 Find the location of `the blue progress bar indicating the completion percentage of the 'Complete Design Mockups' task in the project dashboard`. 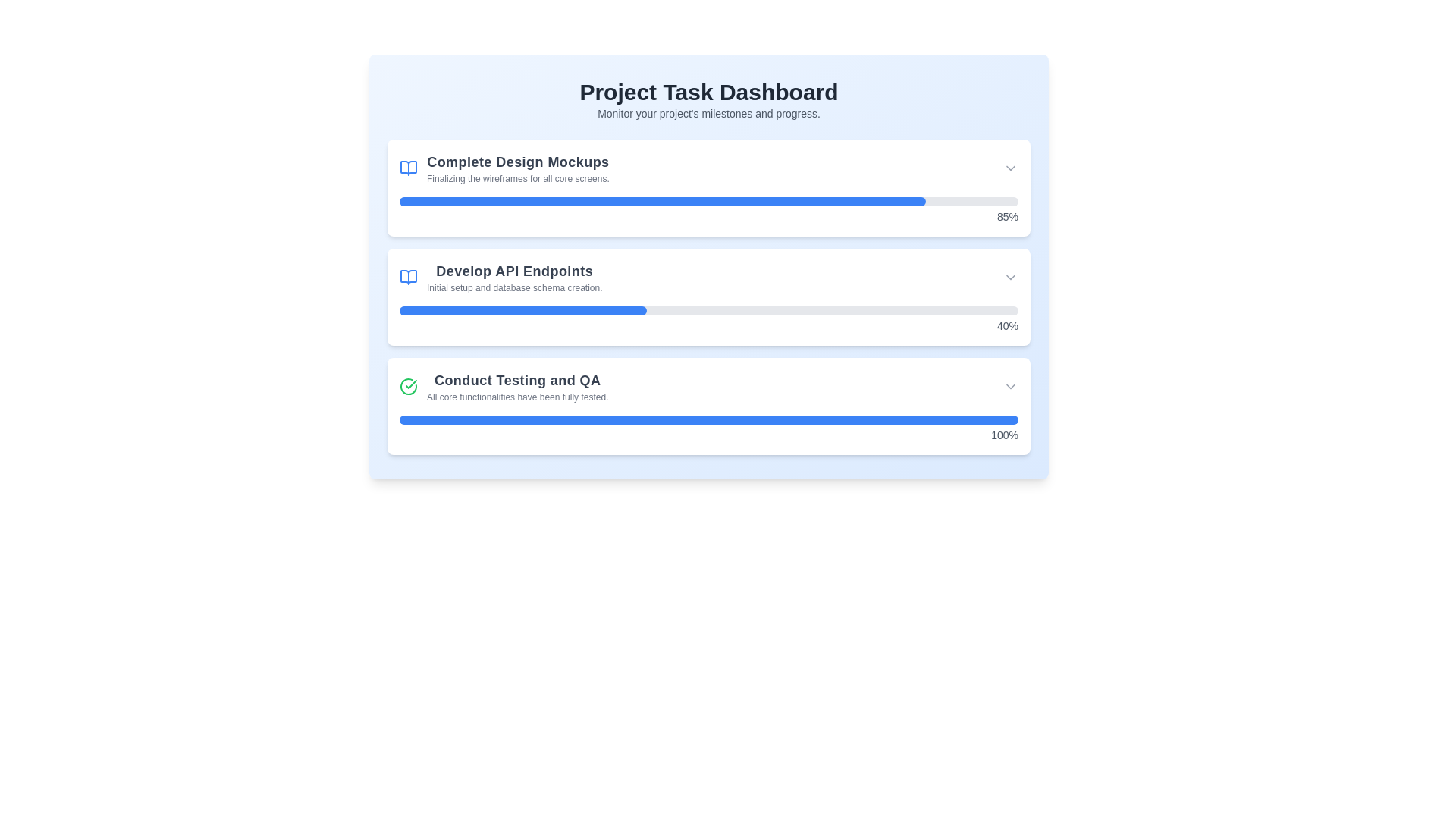

the blue progress bar indicating the completion percentage of the 'Complete Design Mockups' task in the project dashboard is located at coordinates (708, 201).